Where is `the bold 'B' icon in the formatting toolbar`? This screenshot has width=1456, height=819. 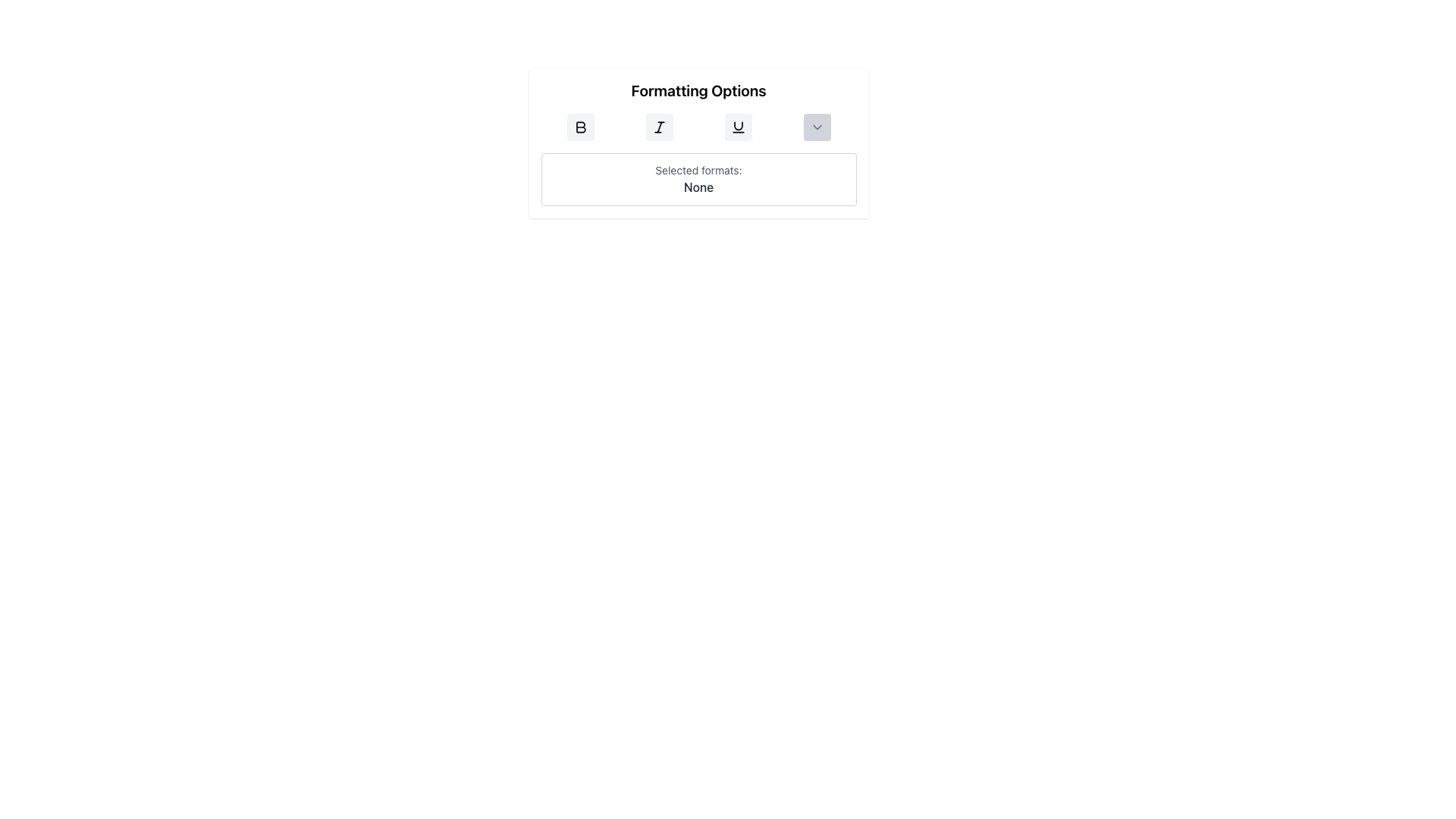
the bold 'B' icon in the formatting toolbar is located at coordinates (579, 127).